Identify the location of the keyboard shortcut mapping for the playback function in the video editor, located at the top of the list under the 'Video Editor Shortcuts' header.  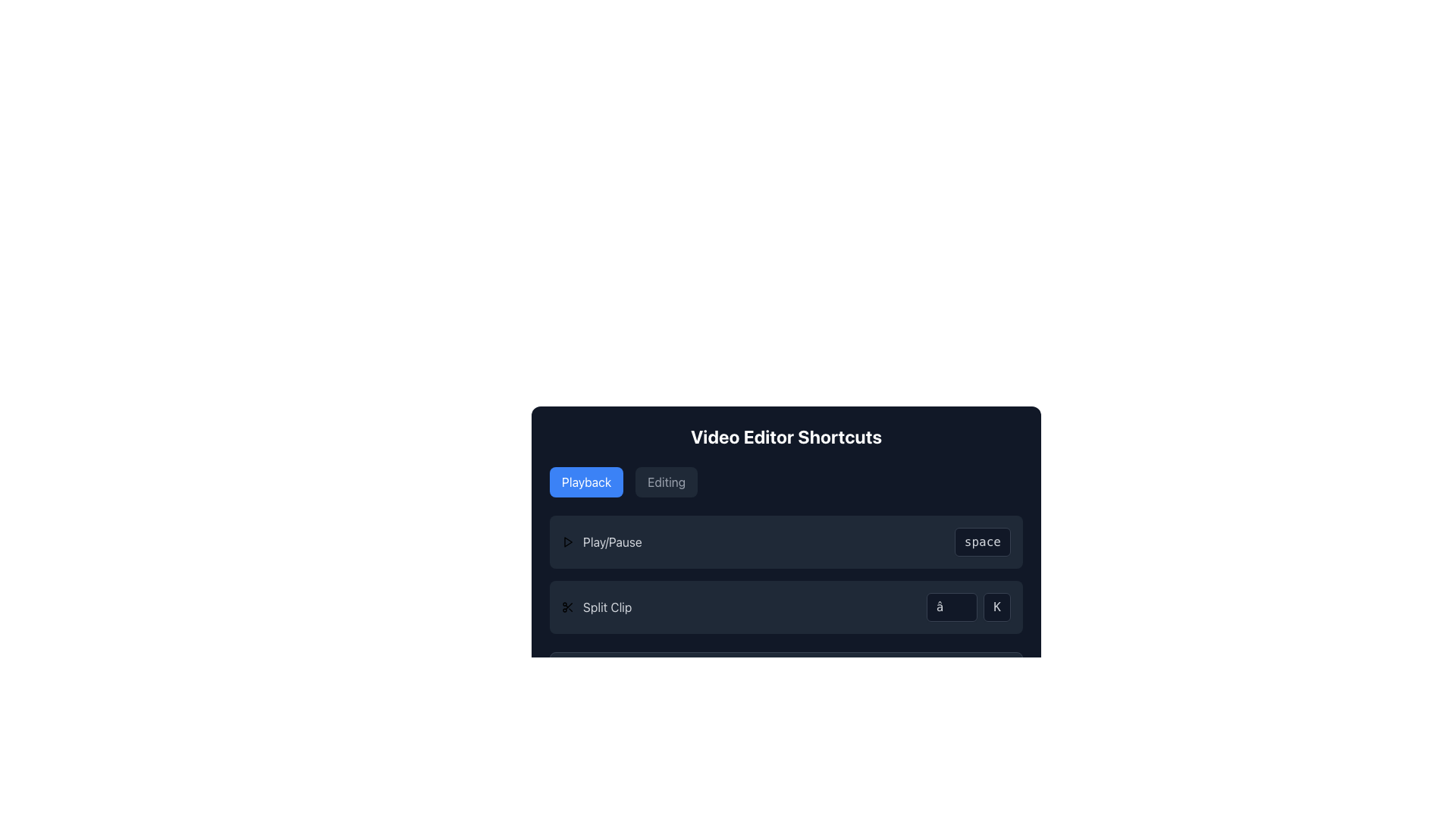
(786, 541).